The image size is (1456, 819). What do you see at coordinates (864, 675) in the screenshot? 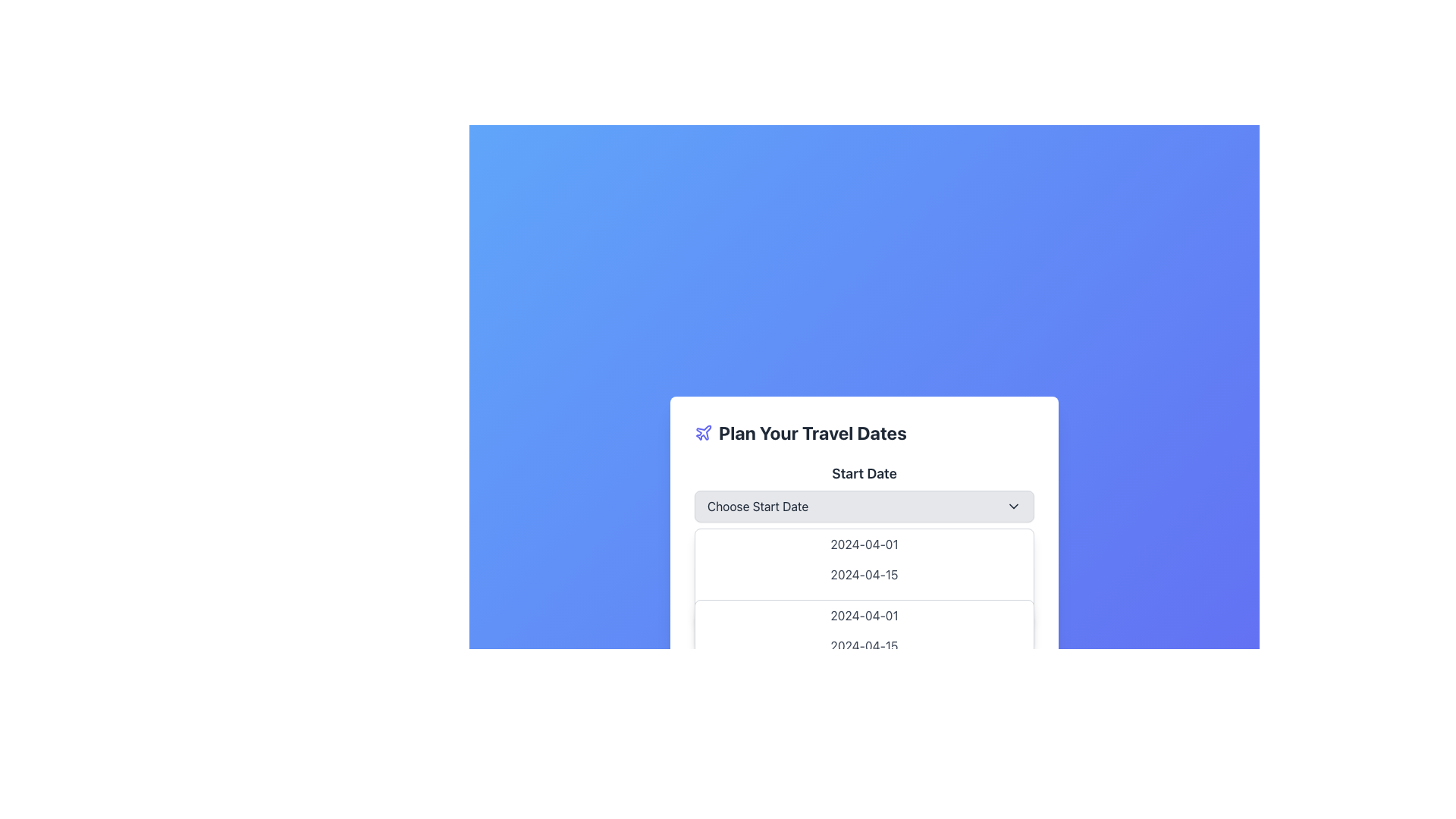
I see `the third date option in the date picker interface` at bounding box center [864, 675].